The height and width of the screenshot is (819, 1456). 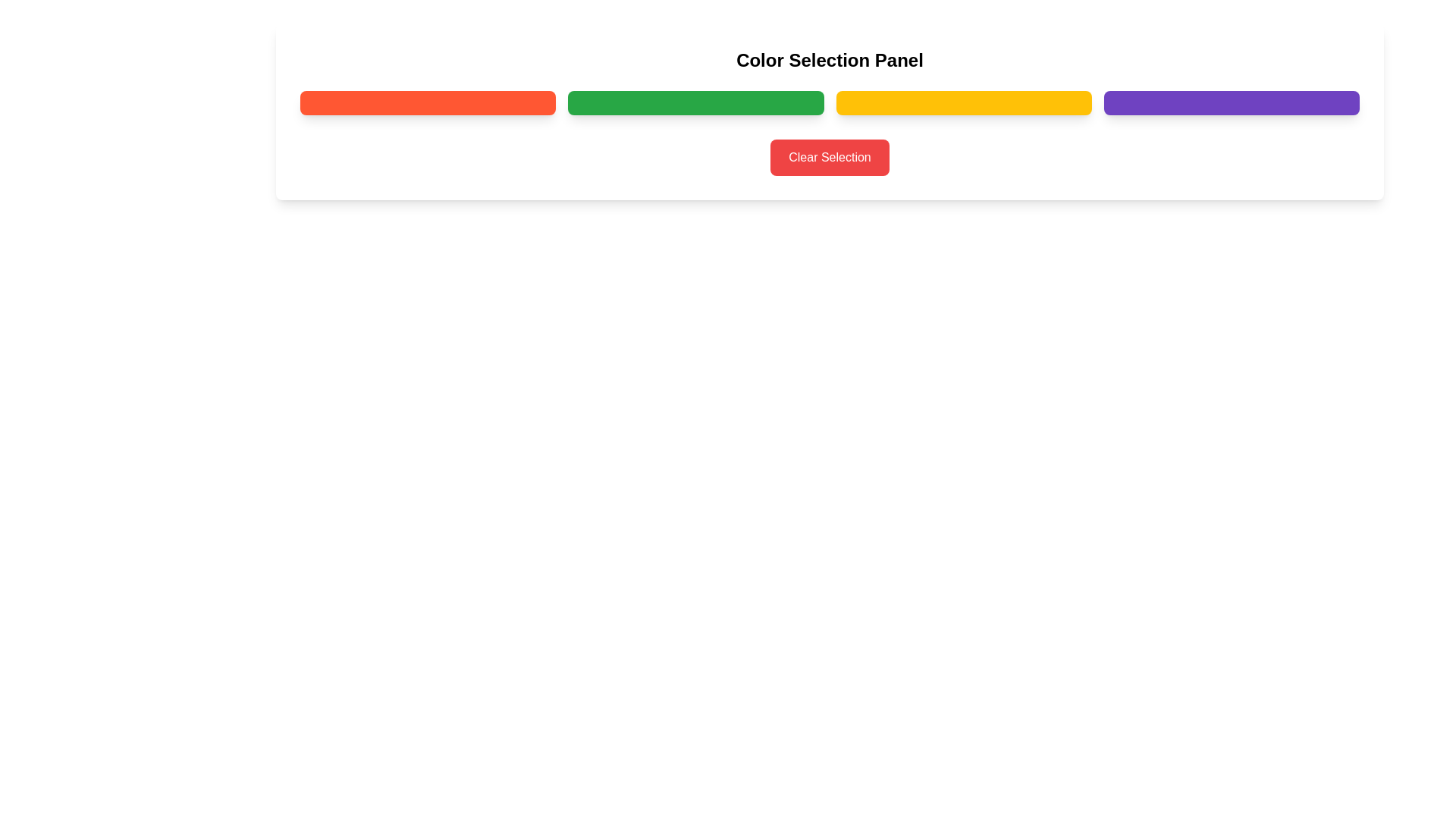 I want to click on the green button, which is the second button in a horizontal arrangement of four buttons, positioned directly to the right of an orange button, so click(x=695, y=102).